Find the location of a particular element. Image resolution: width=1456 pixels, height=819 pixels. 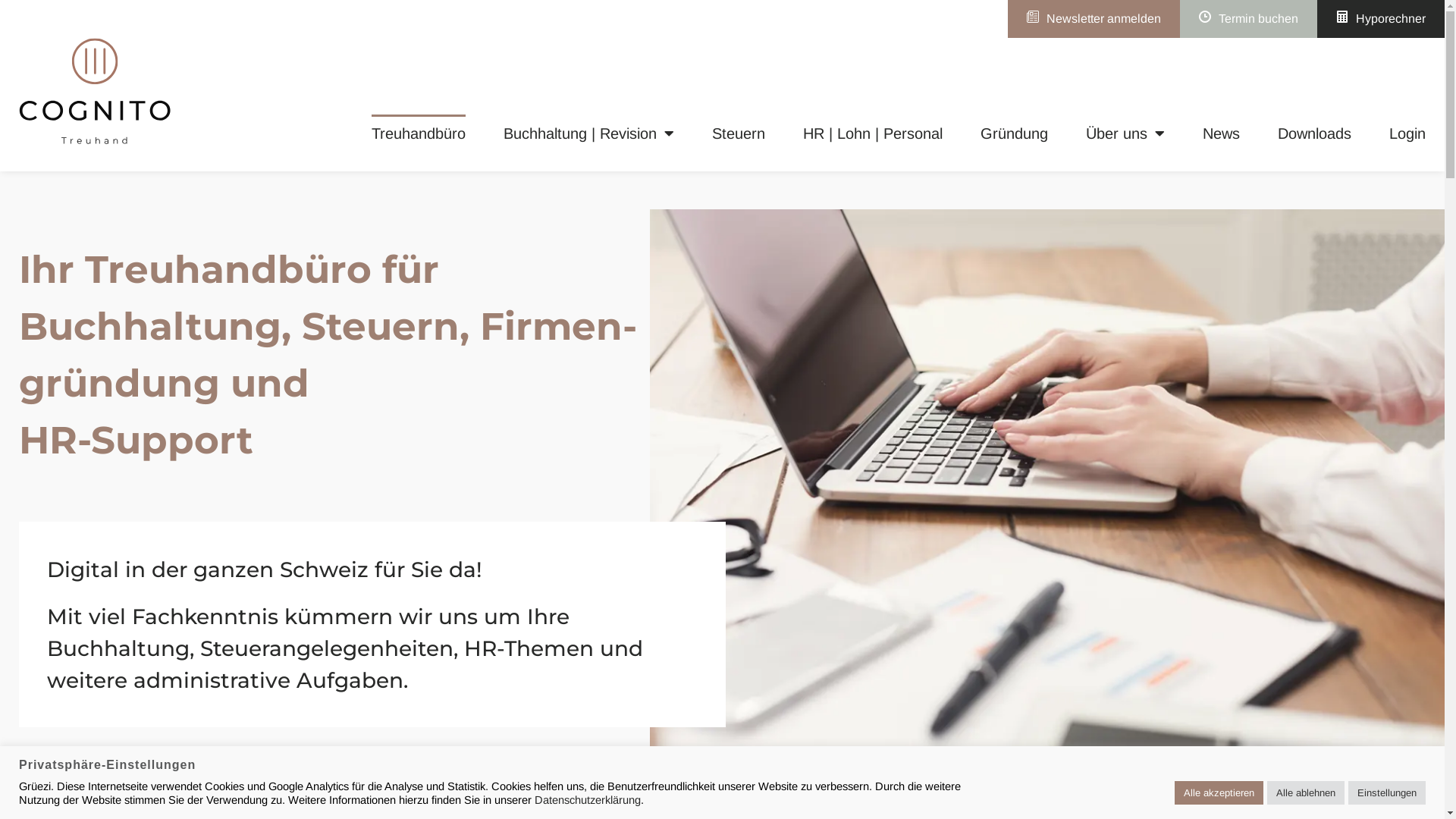

'Termin buchen' is located at coordinates (1248, 18).